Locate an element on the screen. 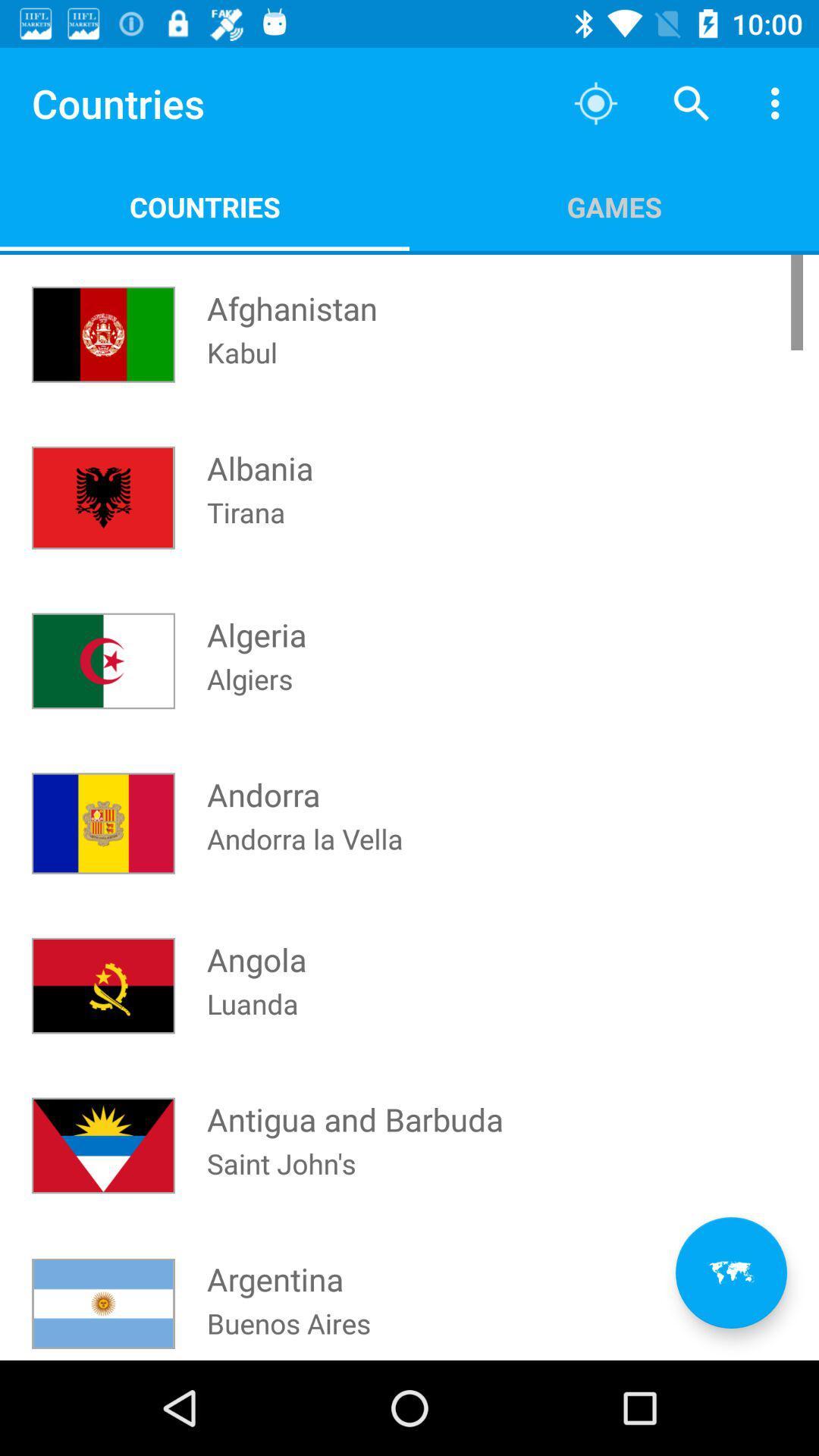  icon below the kabul icon is located at coordinates (259, 453).